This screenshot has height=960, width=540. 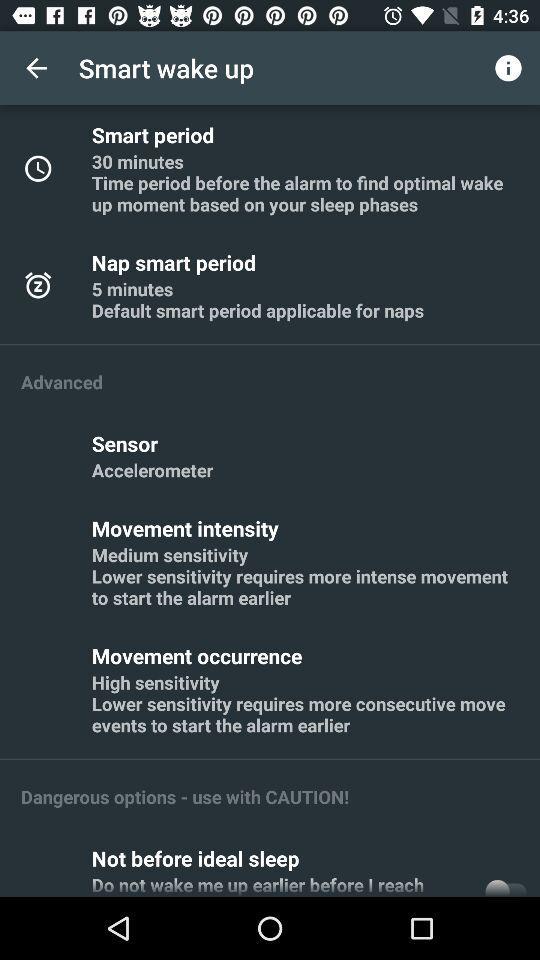 I want to click on icon to the left of smart wake up icon, so click(x=36, y=68).